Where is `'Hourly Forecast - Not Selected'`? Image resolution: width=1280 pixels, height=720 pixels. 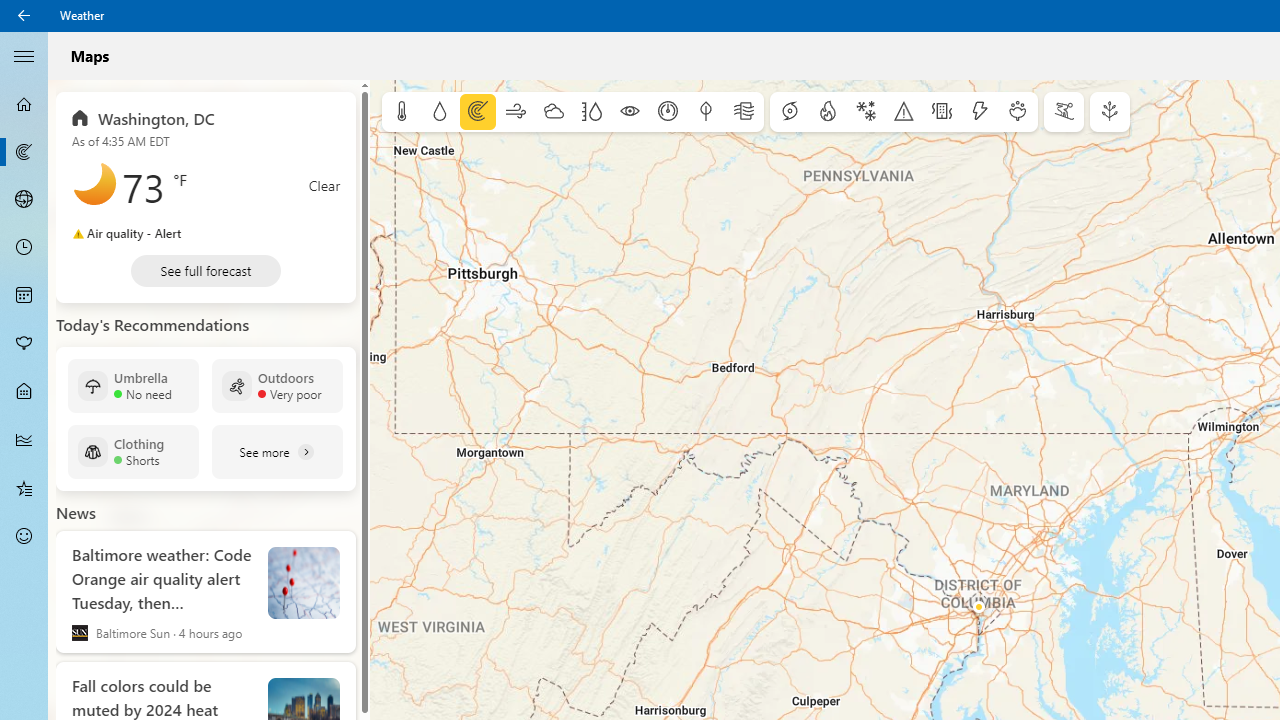 'Hourly Forecast - Not Selected' is located at coordinates (24, 247).